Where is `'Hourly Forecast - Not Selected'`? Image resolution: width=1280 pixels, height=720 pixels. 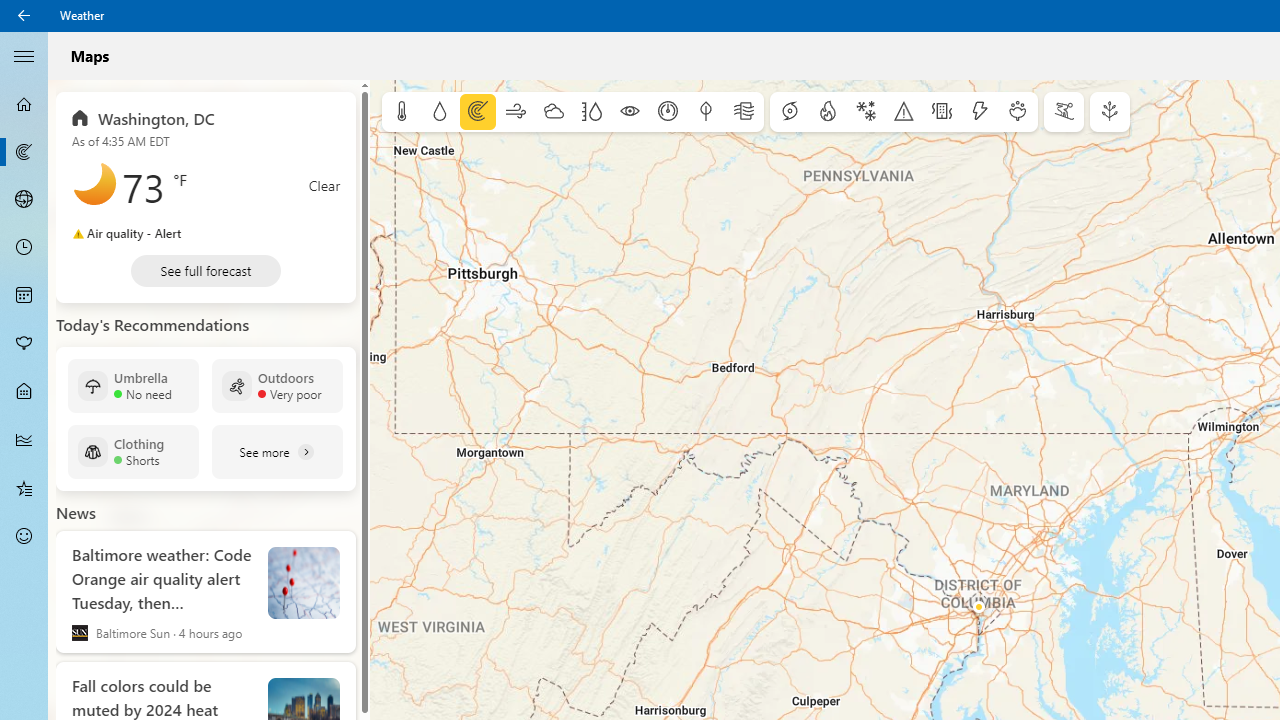 'Hourly Forecast - Not Selected' is located at coordinates (24, 247).